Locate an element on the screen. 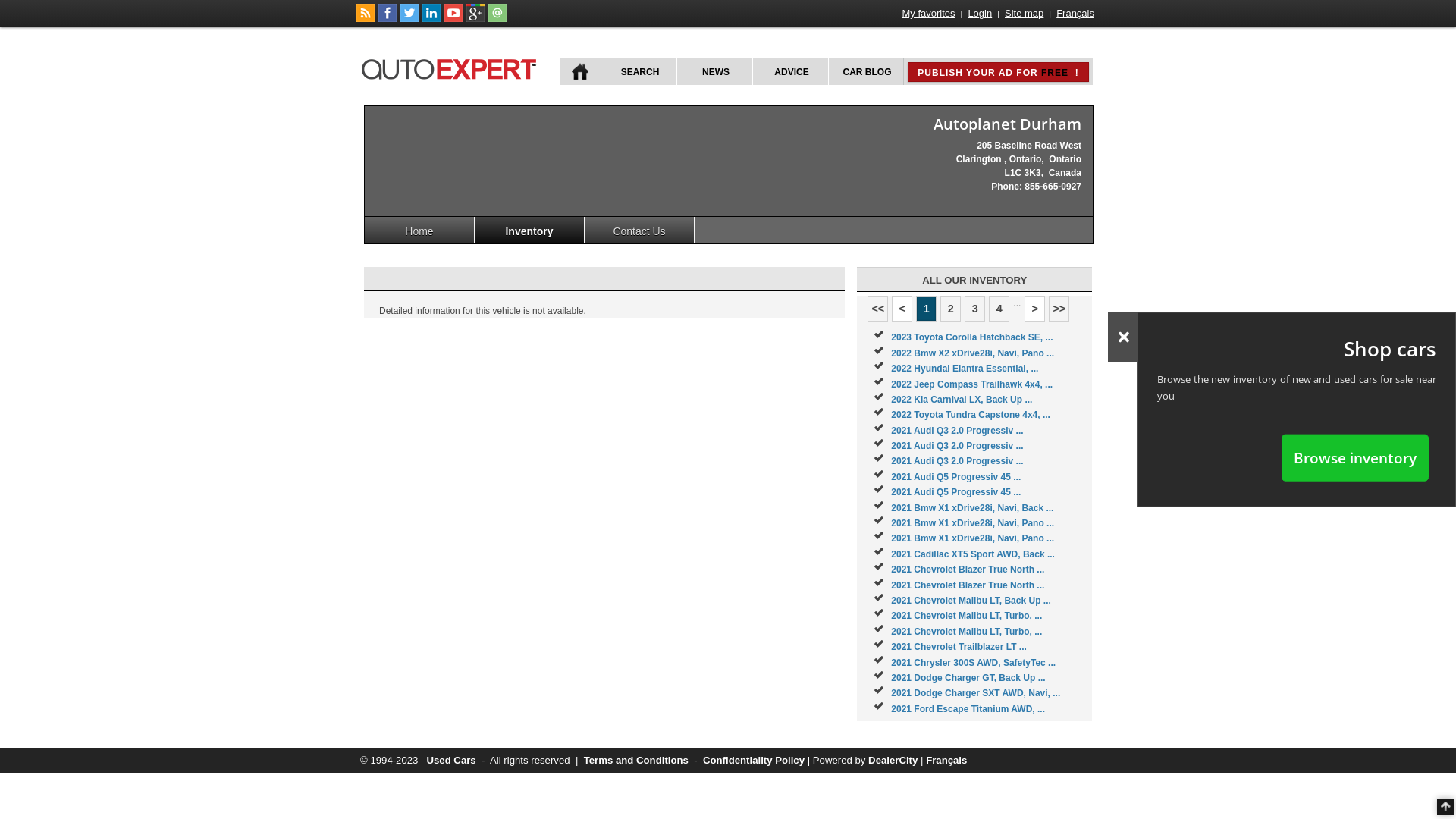 The image size is (1456, 819). '2023 Toyota Corolla Hatchback SE, ...' is located at coordinates (971, 336).